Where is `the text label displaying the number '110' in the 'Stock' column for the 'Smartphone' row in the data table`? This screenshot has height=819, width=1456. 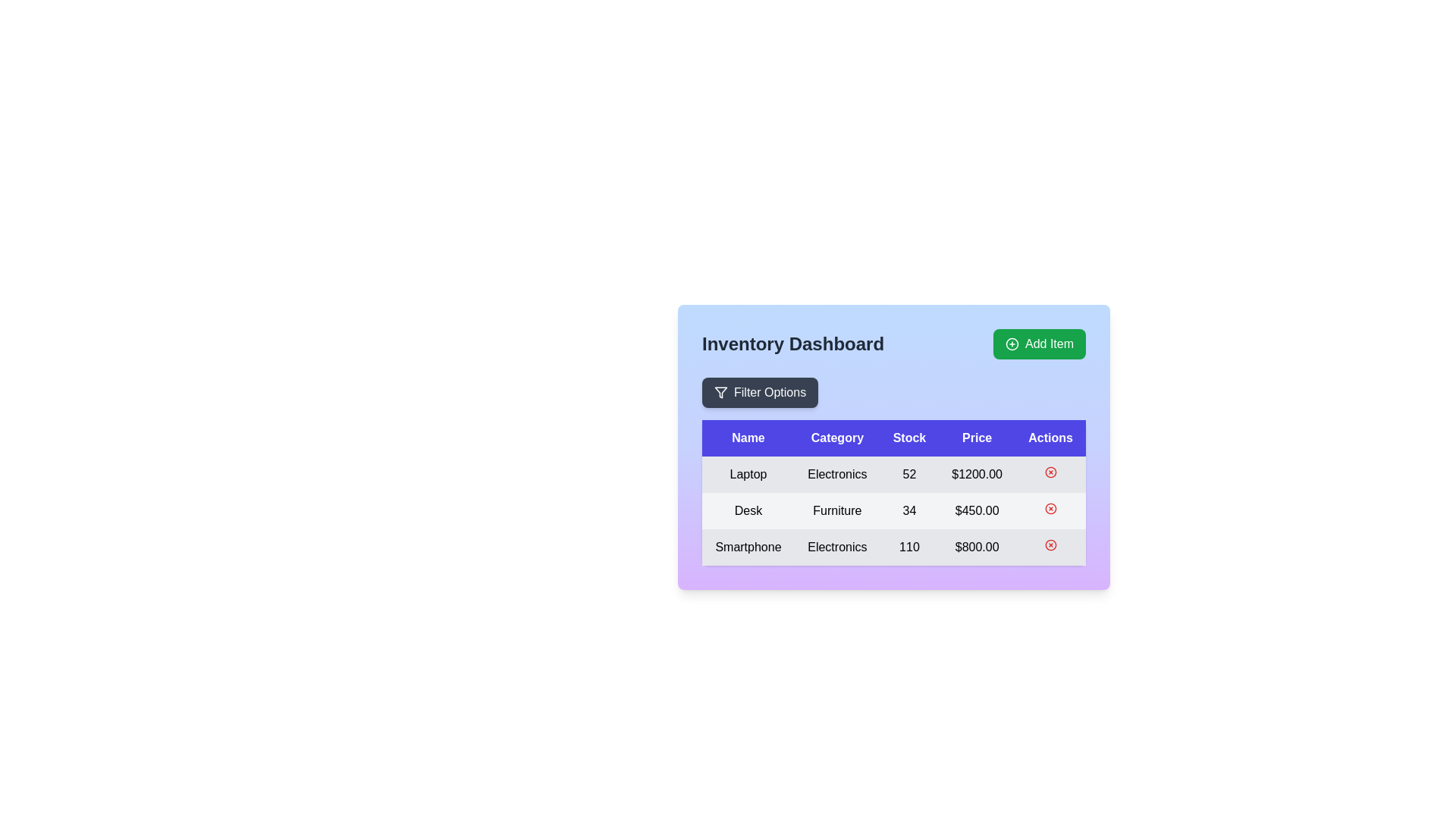 the text label displaying the number '110' in the 'Stock' column for the 'Smartphone' row in the data table is located at coordinates (909, 547).